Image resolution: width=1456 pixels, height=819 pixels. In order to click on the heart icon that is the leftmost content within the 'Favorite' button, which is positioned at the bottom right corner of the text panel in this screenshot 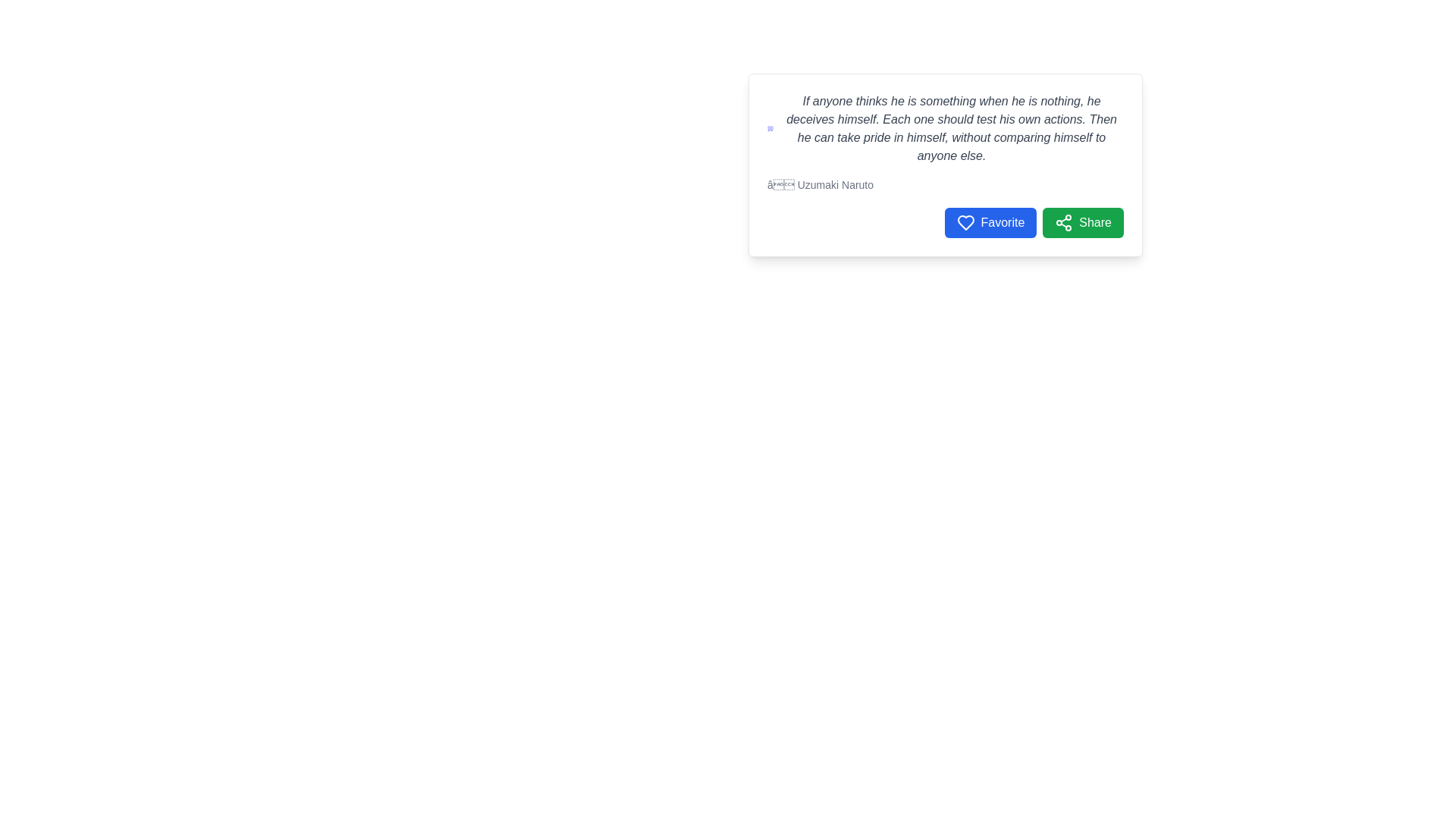, I will do `click(965, 222)`.